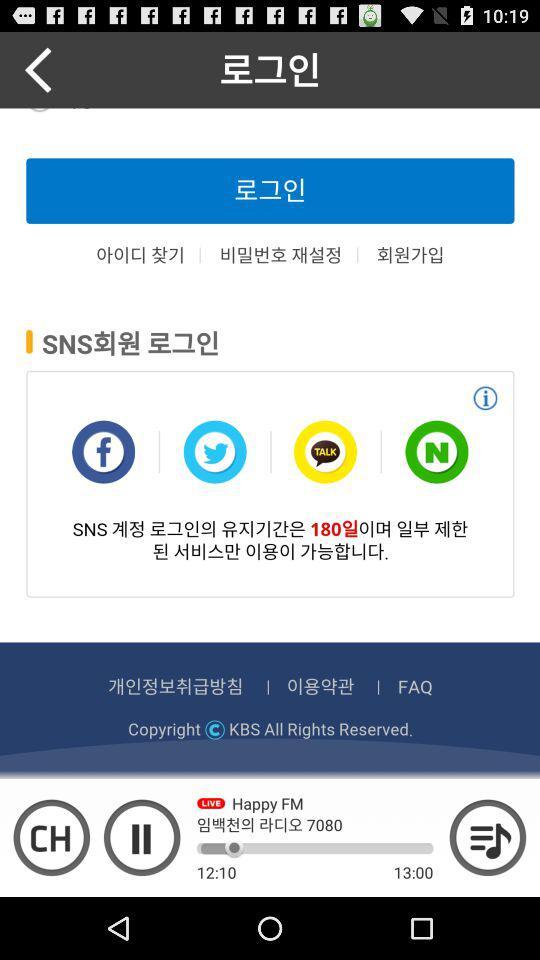 The height and width of the screenshot is (960, 540). Describe the element at coordinates (38, 74) in the screenshot. I see `the arrow_backward icon` at that location.